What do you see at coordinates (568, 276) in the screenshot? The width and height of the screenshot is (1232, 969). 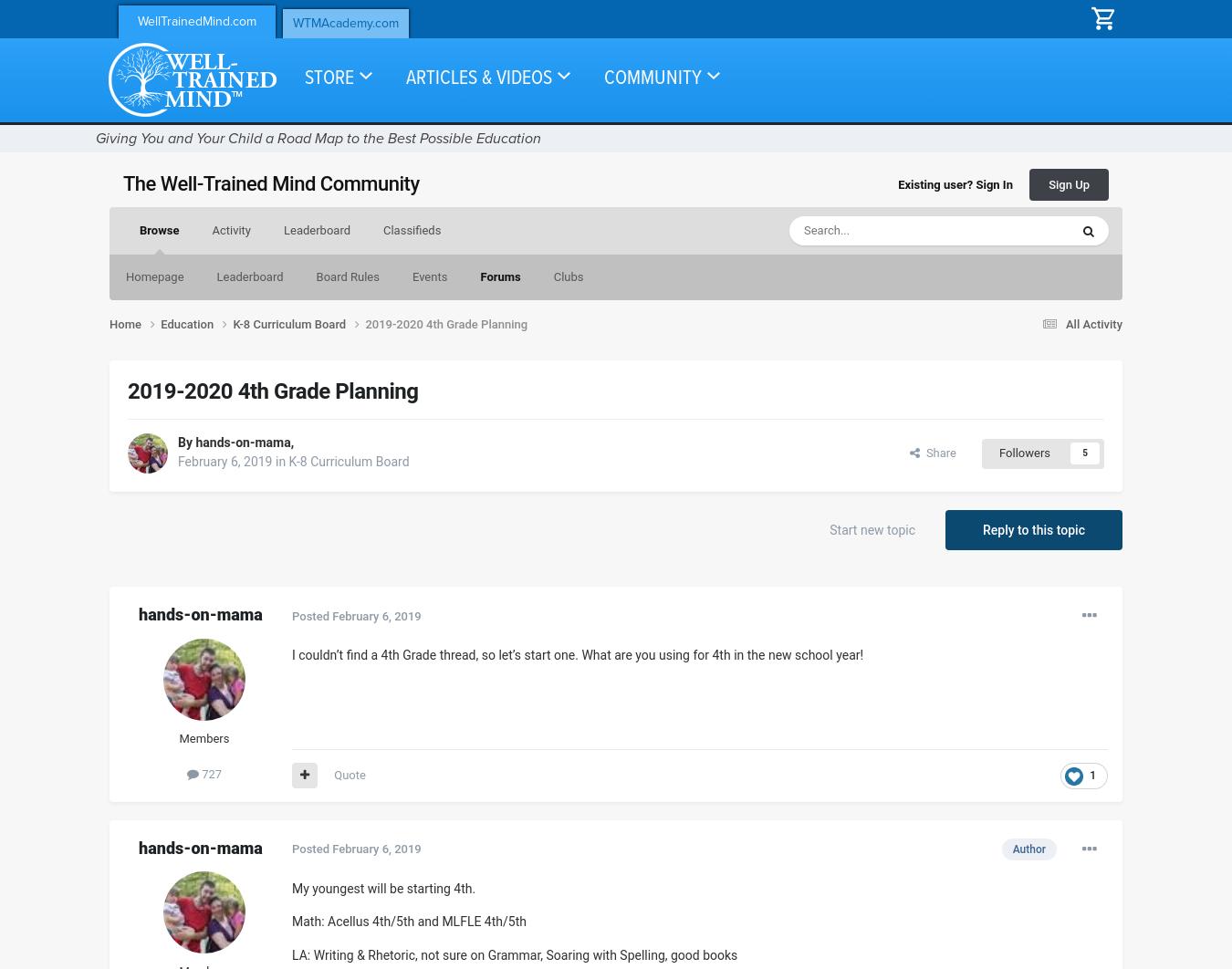 I see `'Clubs'` at bounding box center [568, 276].